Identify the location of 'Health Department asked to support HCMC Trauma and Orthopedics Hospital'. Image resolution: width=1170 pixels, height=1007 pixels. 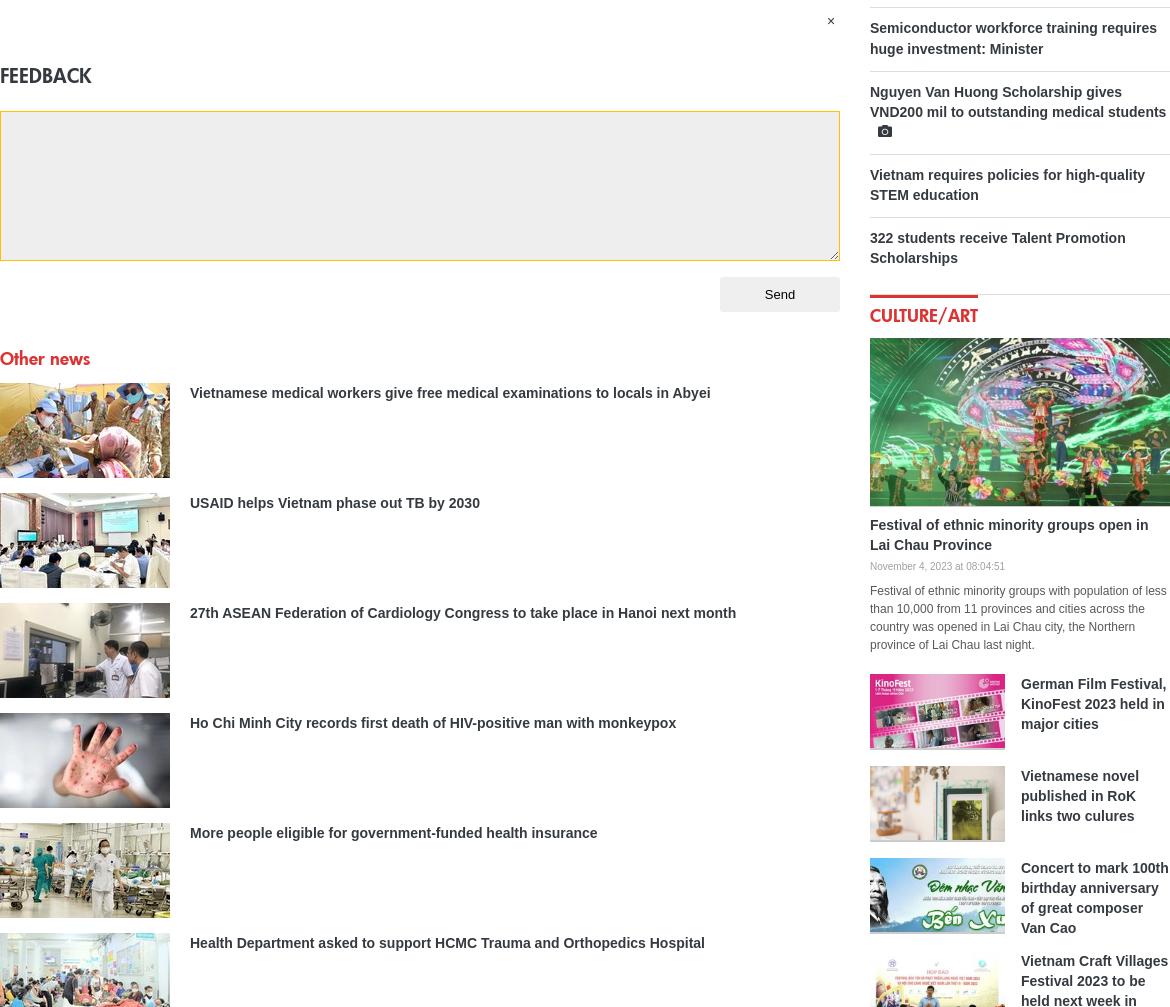
(189, 941).